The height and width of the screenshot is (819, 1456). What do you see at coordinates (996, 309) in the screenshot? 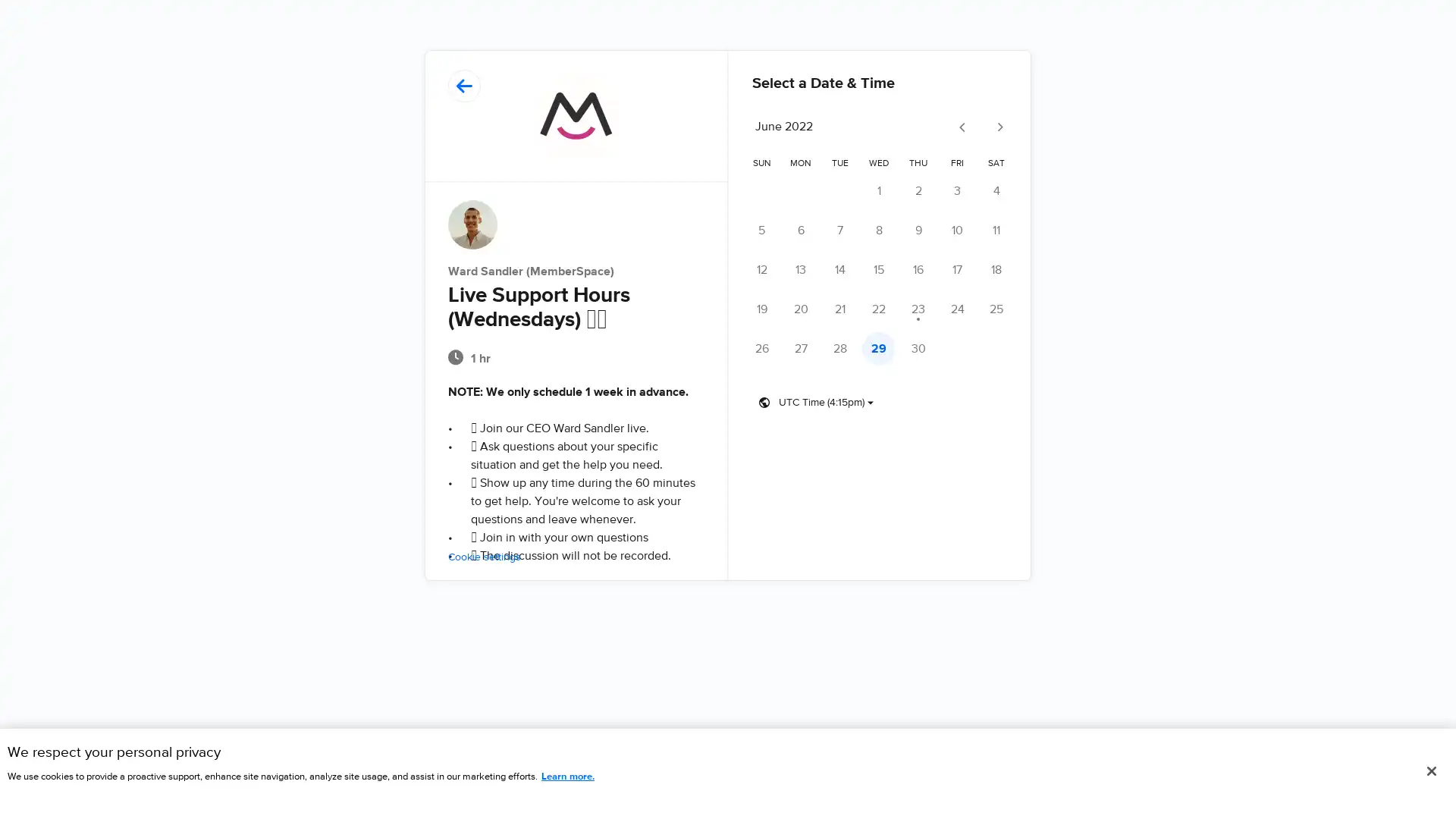
I see `Saturday, June 25 - No times available` at bounding box center [996, 309].